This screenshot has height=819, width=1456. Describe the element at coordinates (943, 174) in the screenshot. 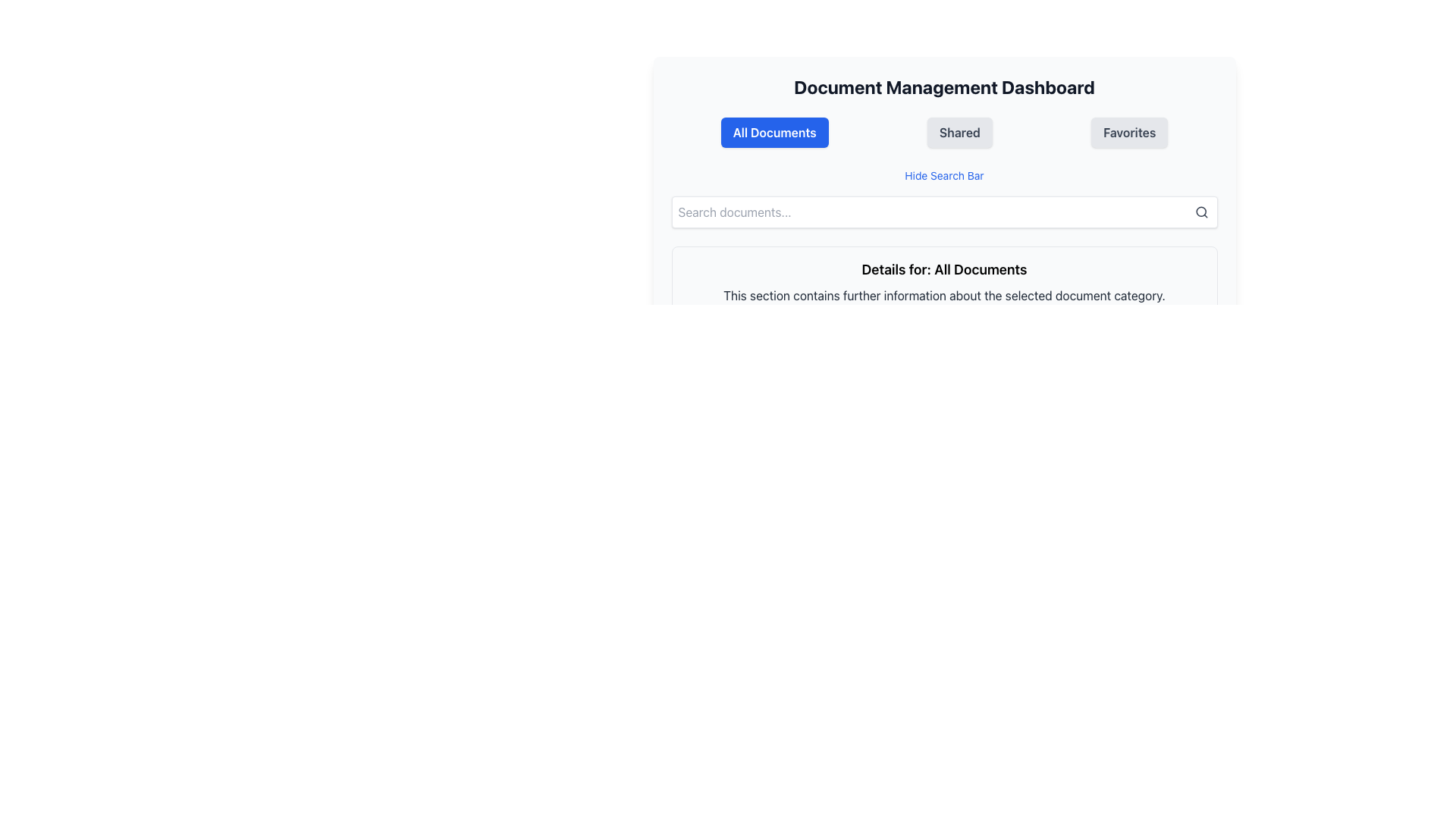

I see `the hyperlink with blue text color located below the 'All Documents', 'Shared', and 'Favorites' buttons in the Document Management Dashboard to observe its style change` at that location.